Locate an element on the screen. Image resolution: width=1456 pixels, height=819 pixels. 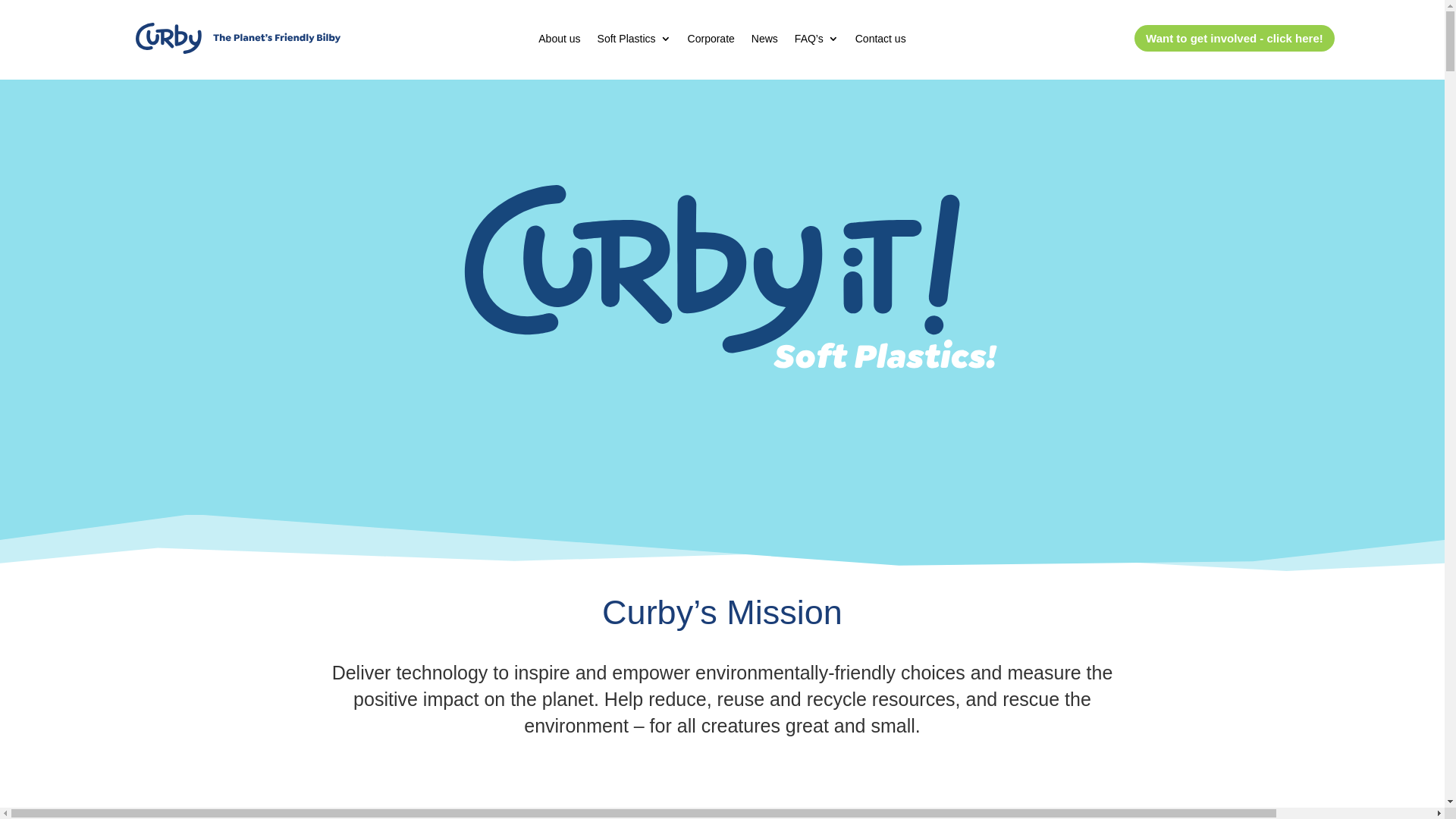
'Soft Plastics' is located at coordinates (634, 40).